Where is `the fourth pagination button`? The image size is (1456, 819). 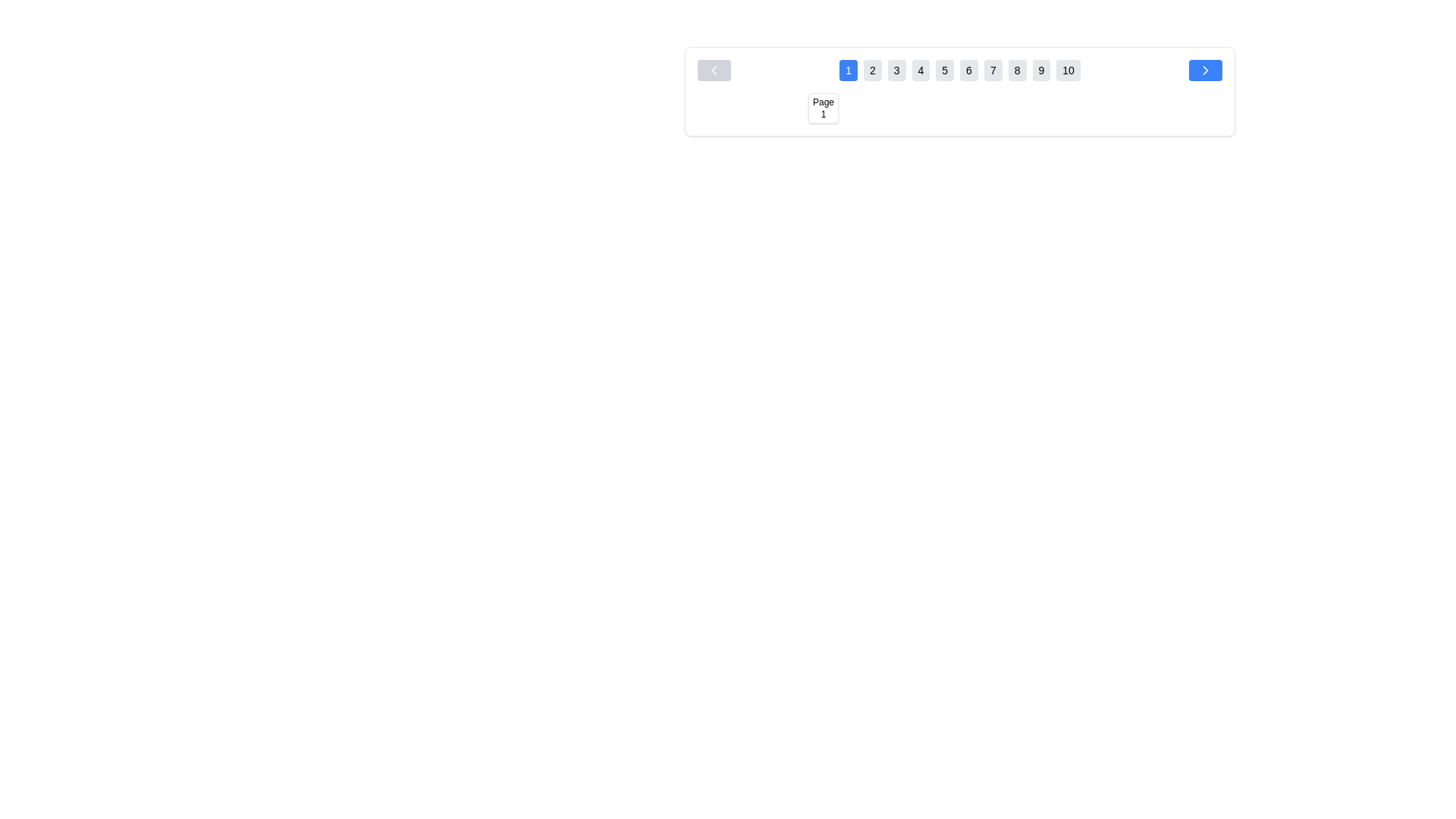 the fourth pagination button is located at coordinates (913, 107).